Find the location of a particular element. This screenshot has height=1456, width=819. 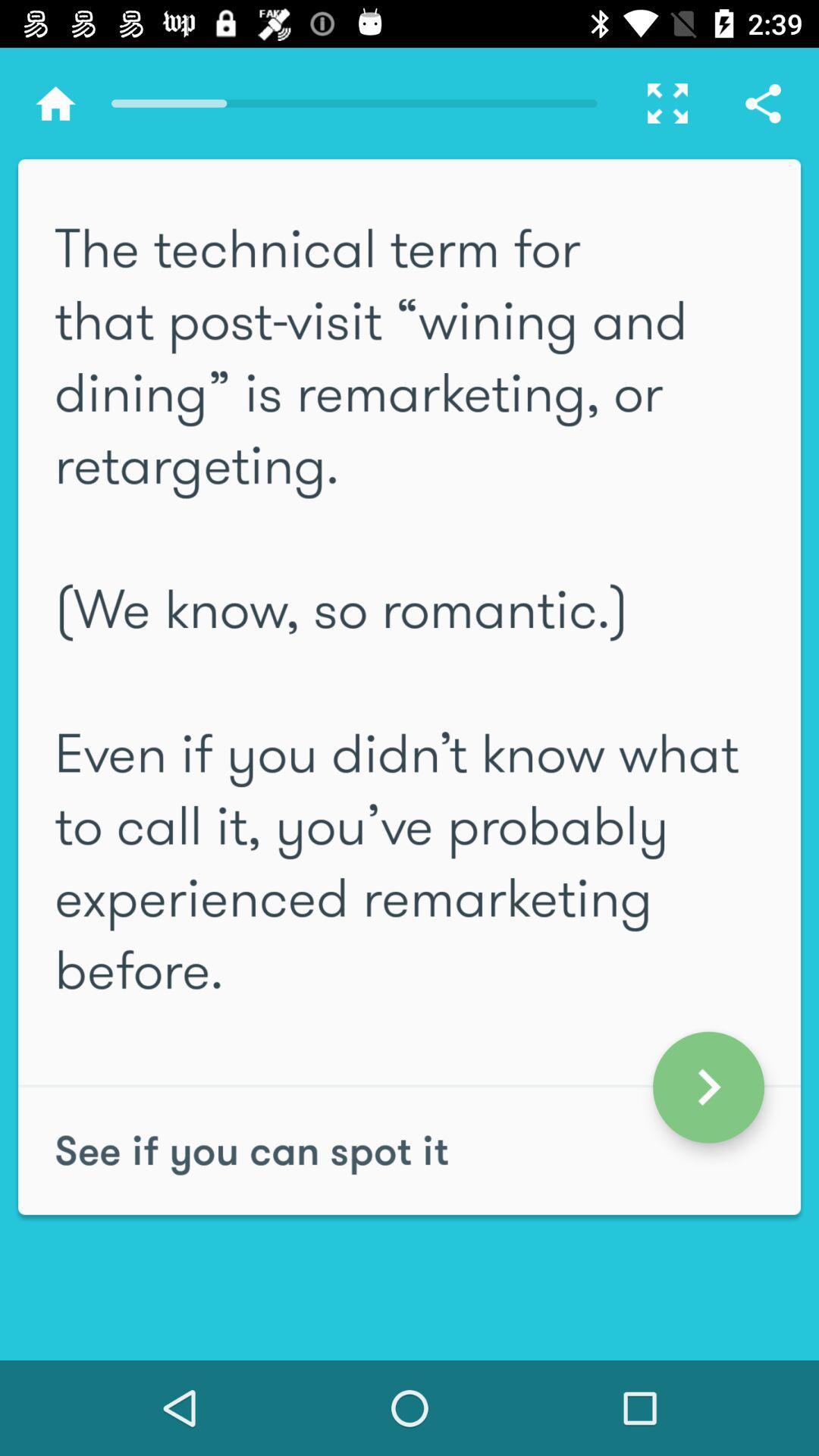

the fullscreen icon is located at coordinates (659, 102).